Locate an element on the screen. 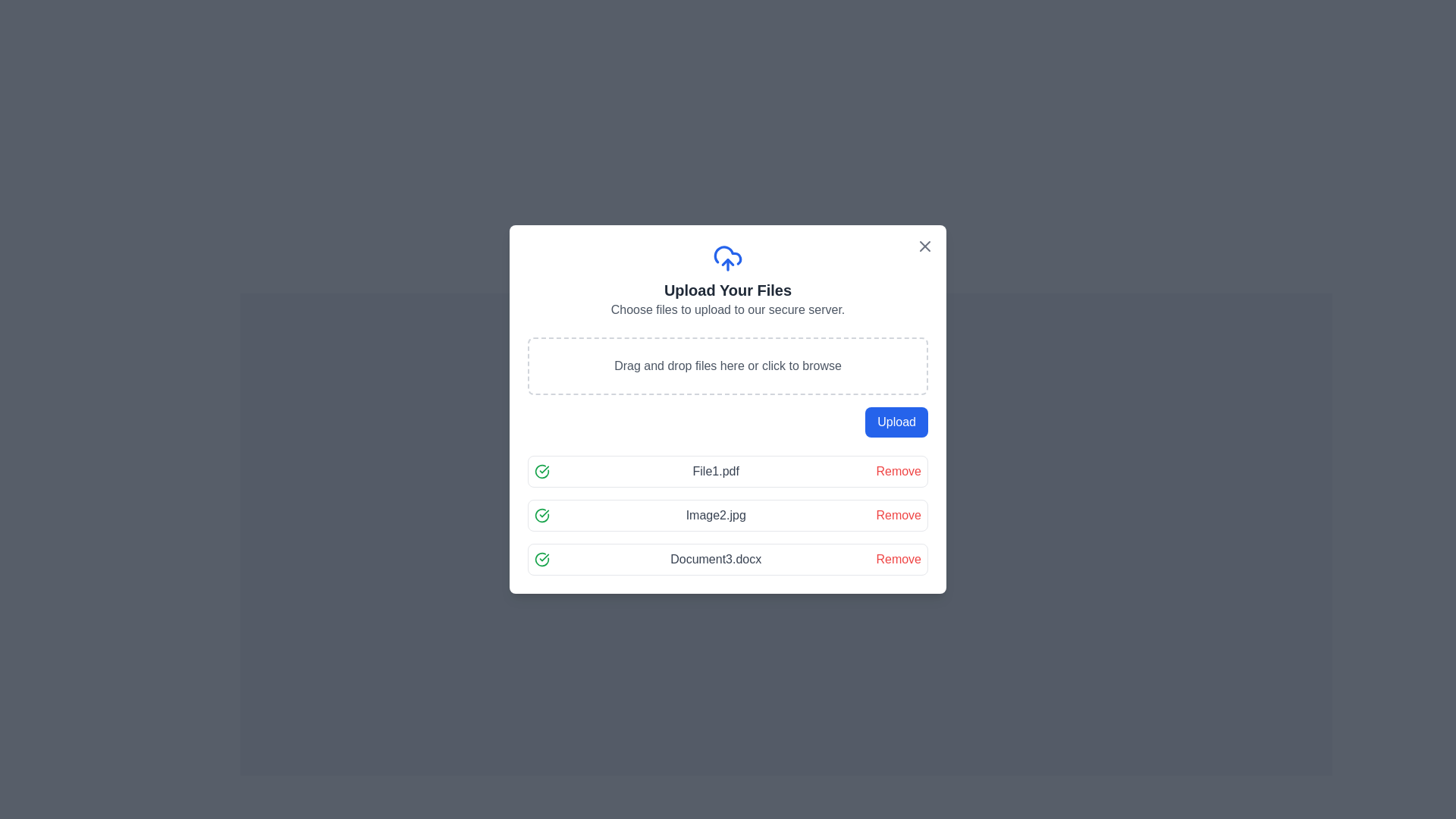 The height and width of the screenshot is (819, 1456). the file upload panel to browse and select files is located at coordinates (728, 409).